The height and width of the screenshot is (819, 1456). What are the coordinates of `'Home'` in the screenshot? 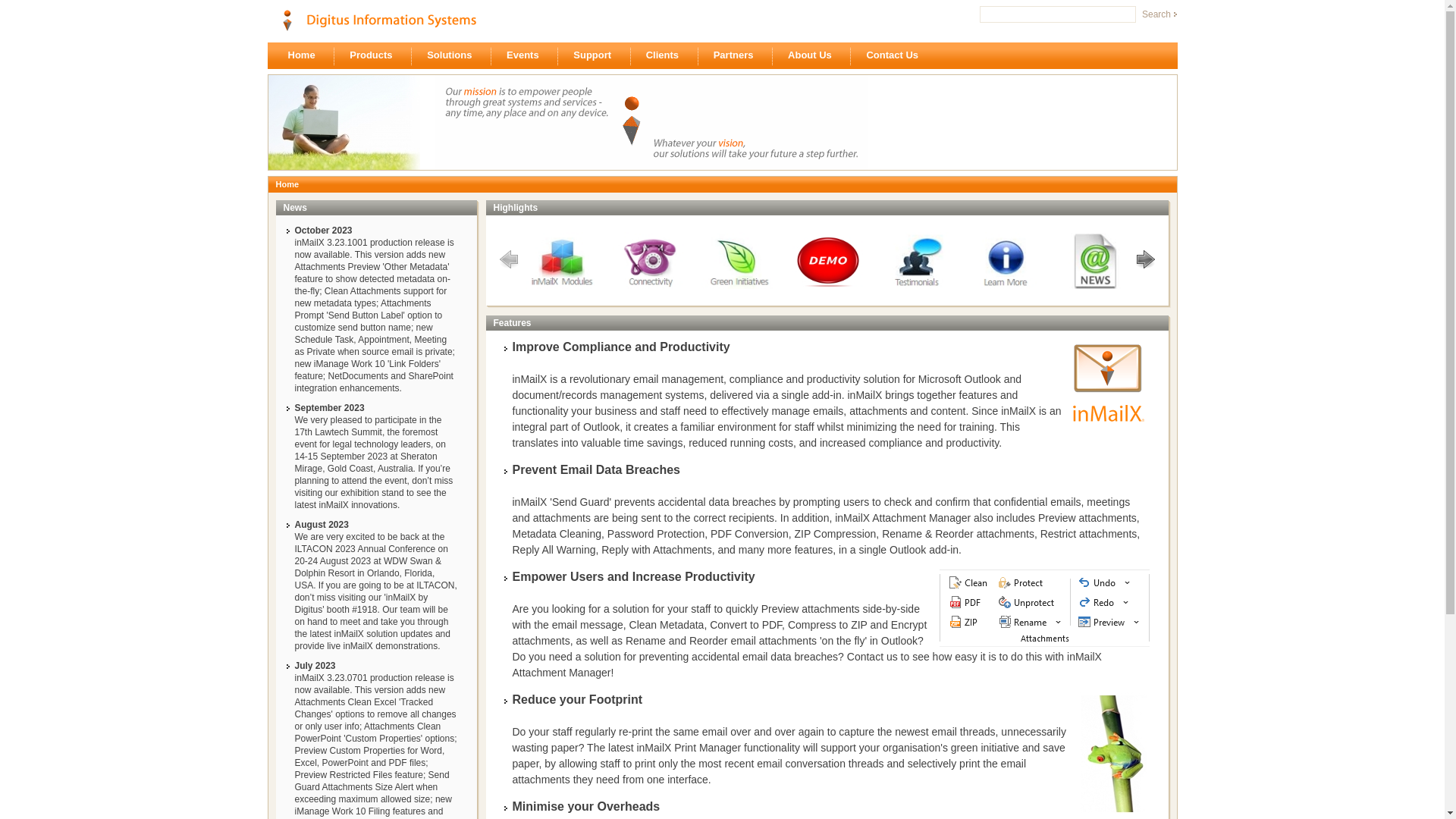 It's located at (305, 55).